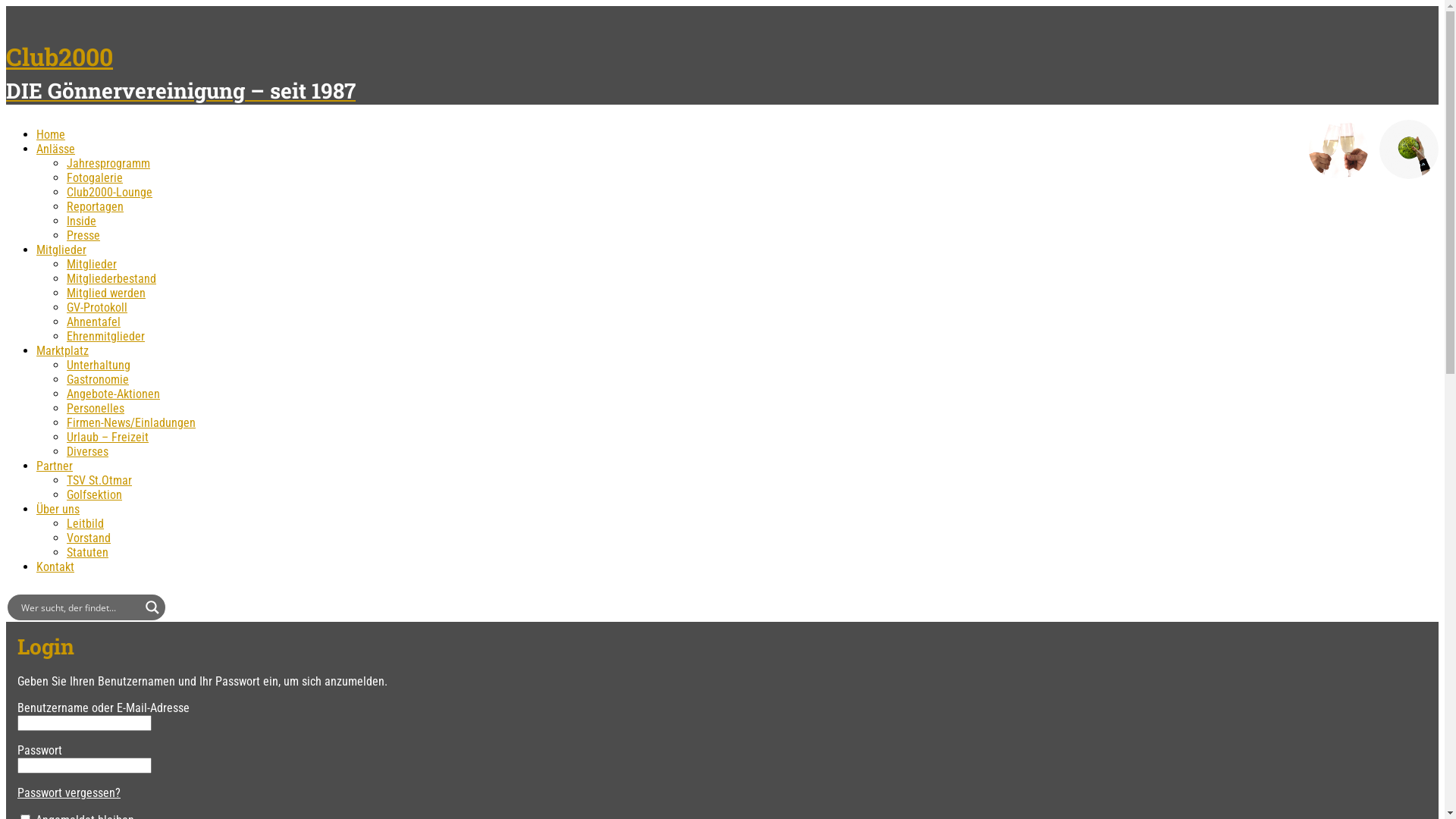 The width and height of the screenshot is (1456, 819). I want to click on 'GV-Protokoll', so click(96, 307).